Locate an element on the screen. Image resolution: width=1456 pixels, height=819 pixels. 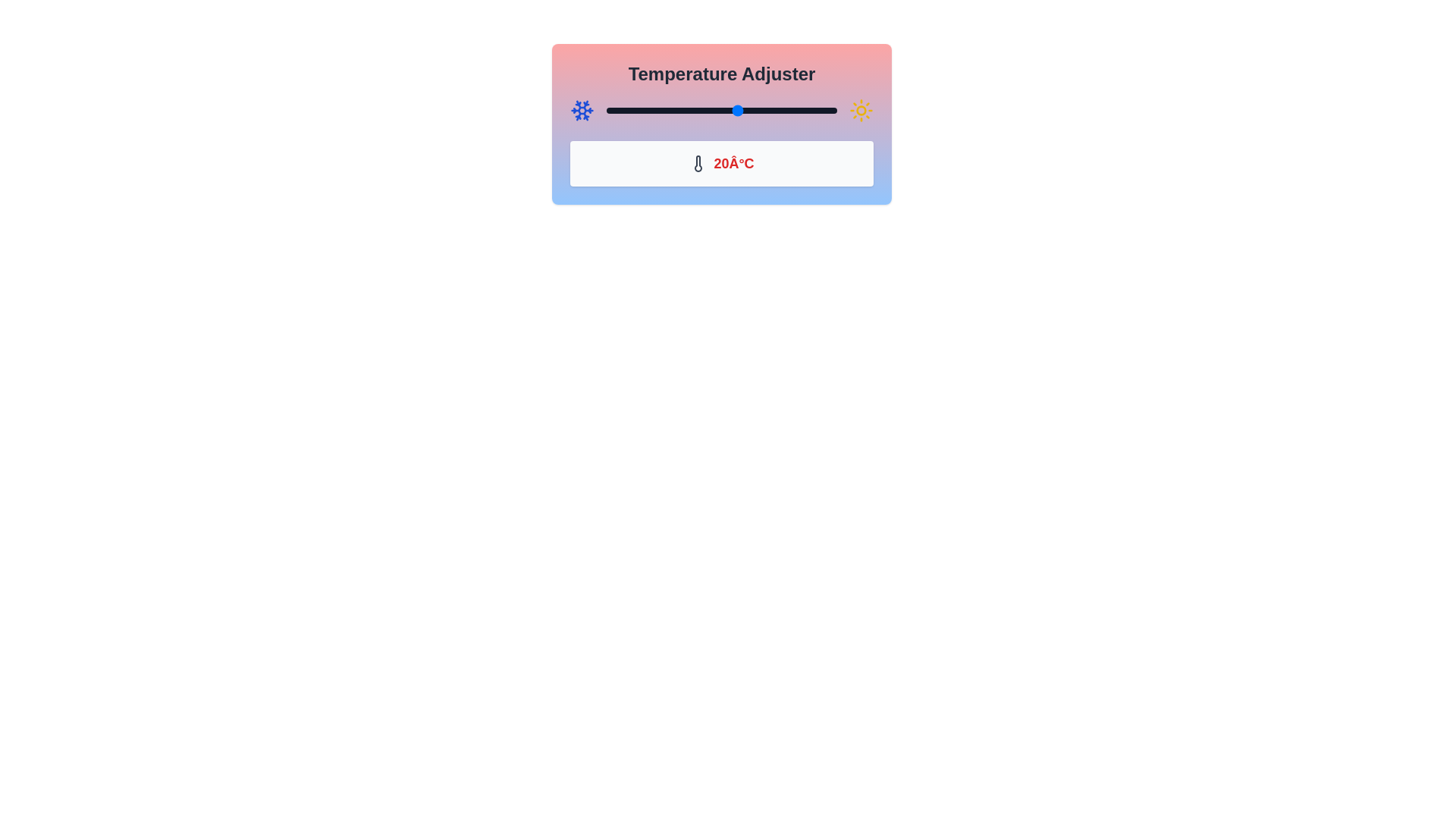
the temperature to 42°C using the slider is located at coordinates (810, 110).